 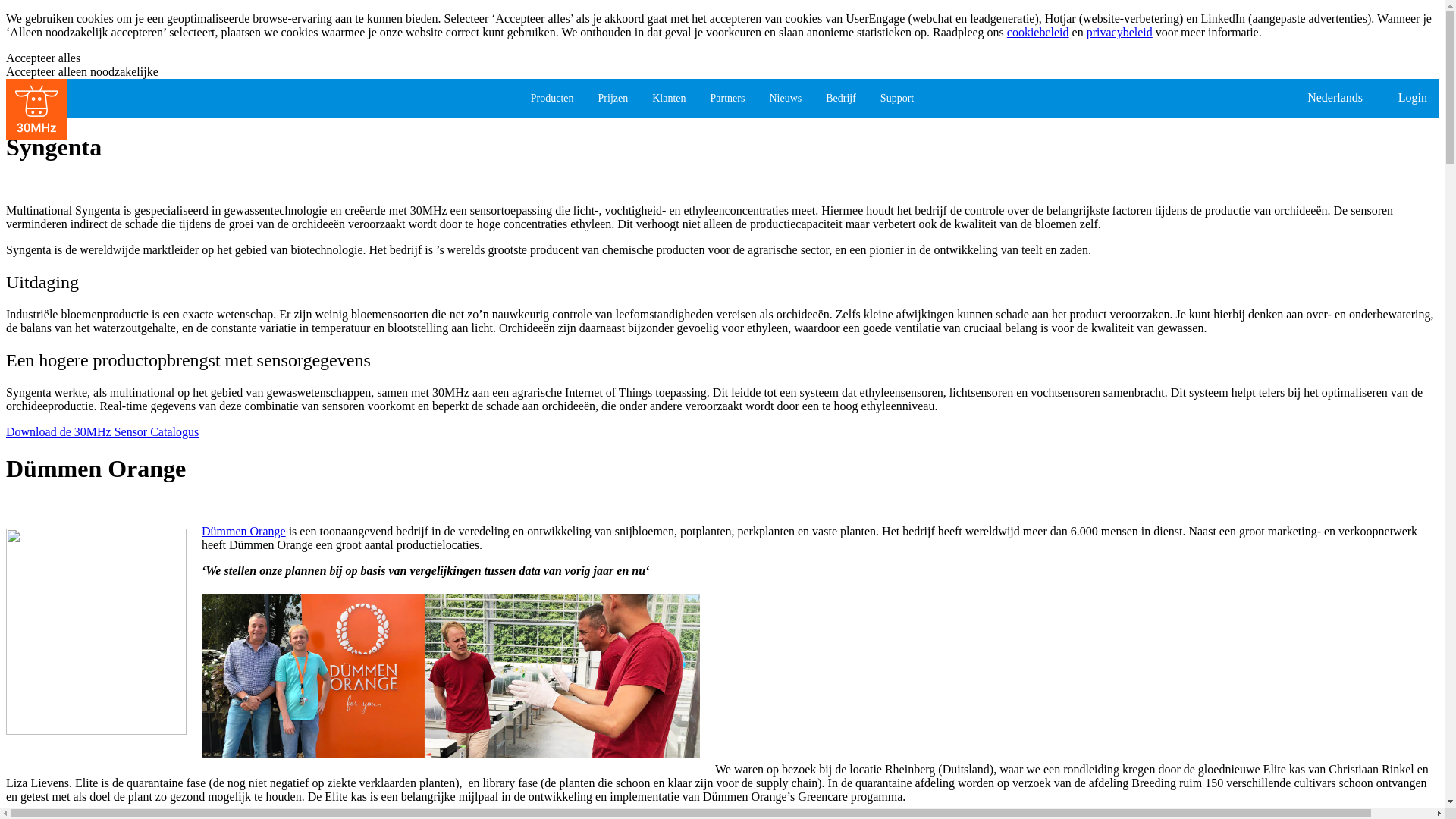 I want to click on 'privacybeleid', so click(x=1119, y=32).